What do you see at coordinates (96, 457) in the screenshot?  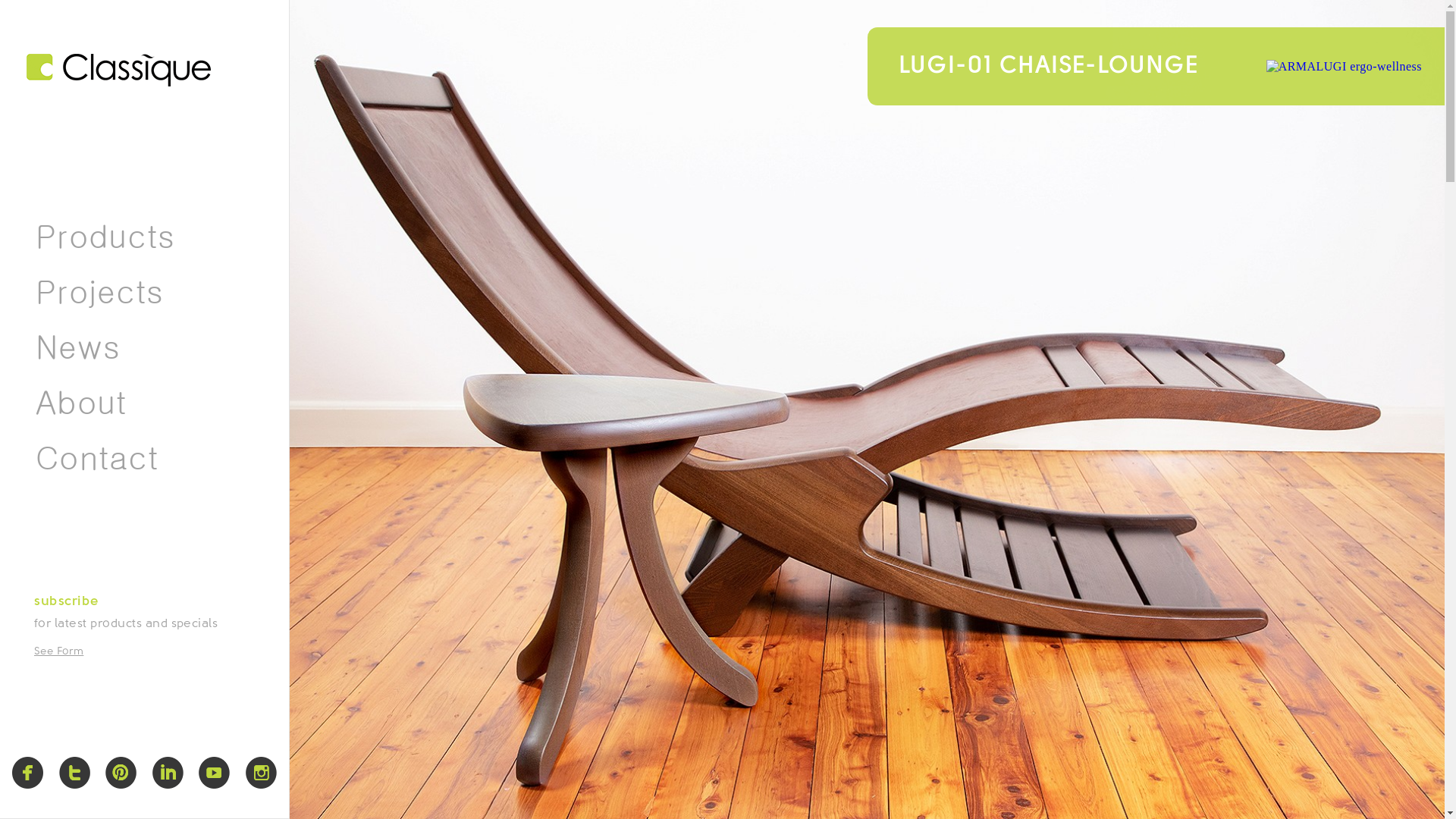 I see `'Contact'` at bounding box center [96, 457].